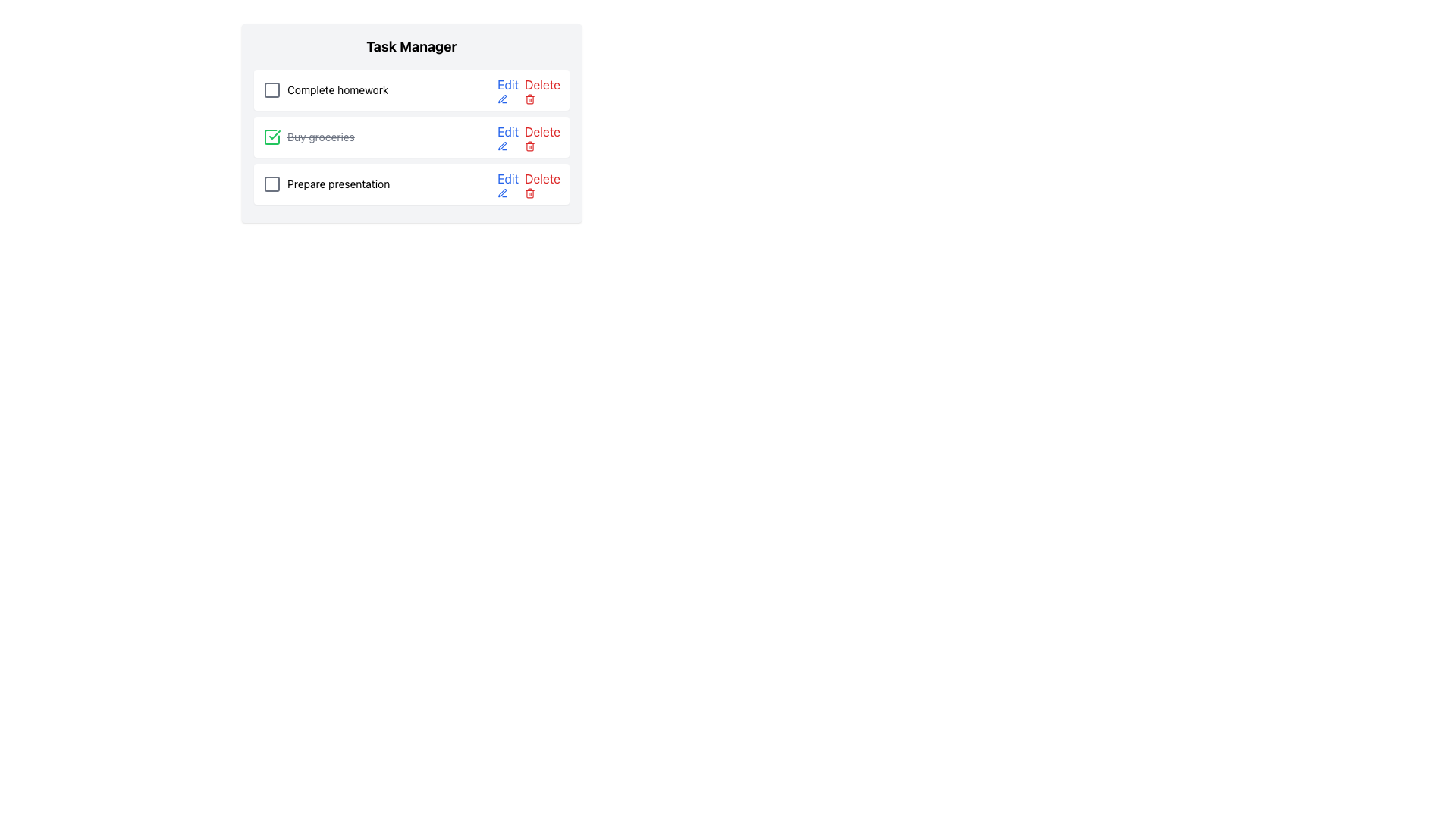 The height and width of the screenshot is (819, 1456). Describe the element at coordinates (502, 192) in the screenshot. I see `the edit icon next to the 'Buy groceries' task` at that location.